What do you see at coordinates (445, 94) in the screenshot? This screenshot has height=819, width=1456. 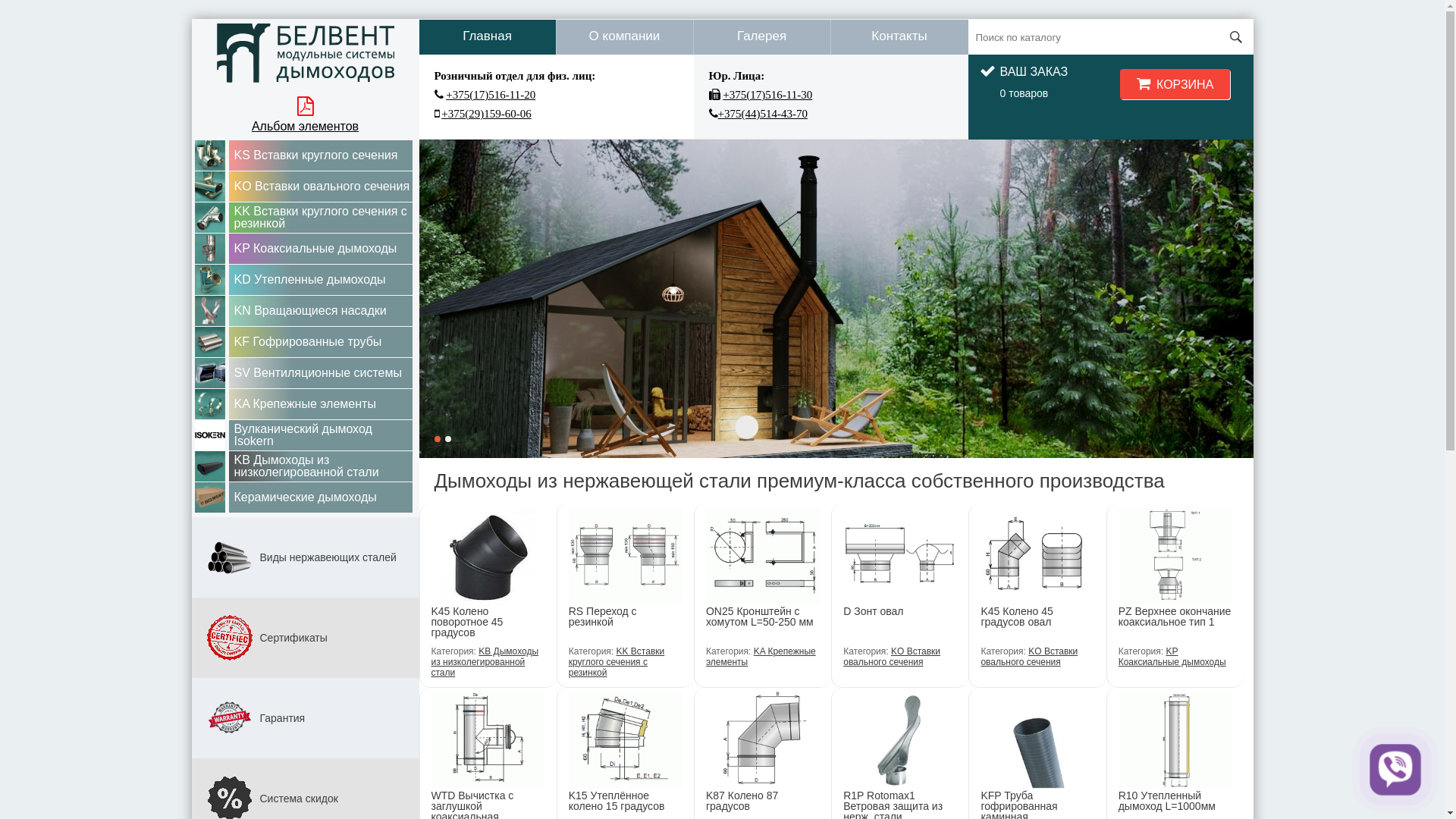 I see `'+375(17)516-11-20'` at bounding box center [445, 94].